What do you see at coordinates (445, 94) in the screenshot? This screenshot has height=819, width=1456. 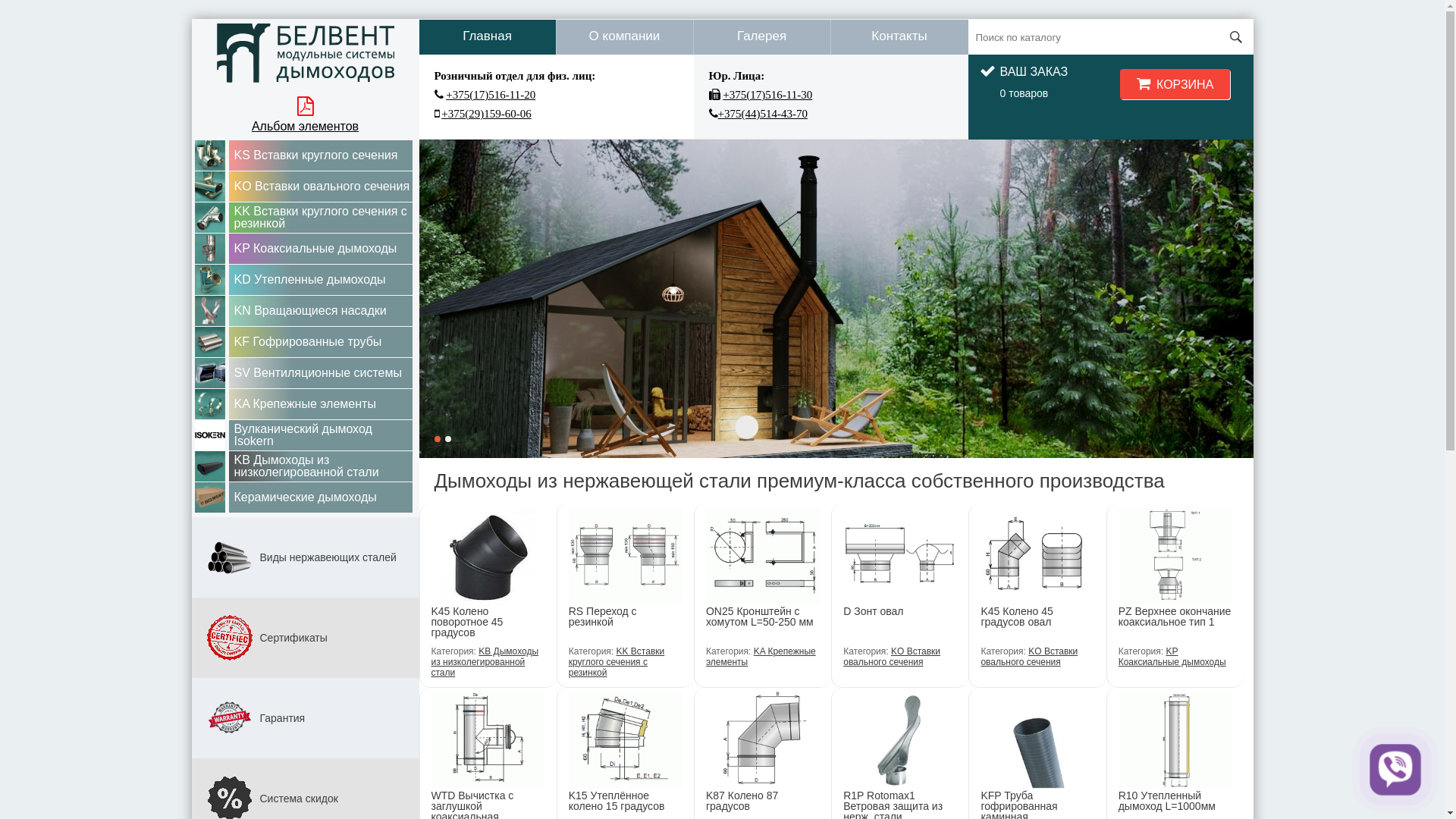 I see `'+375(17)516-11-20'` at bounding box center [445, 94].